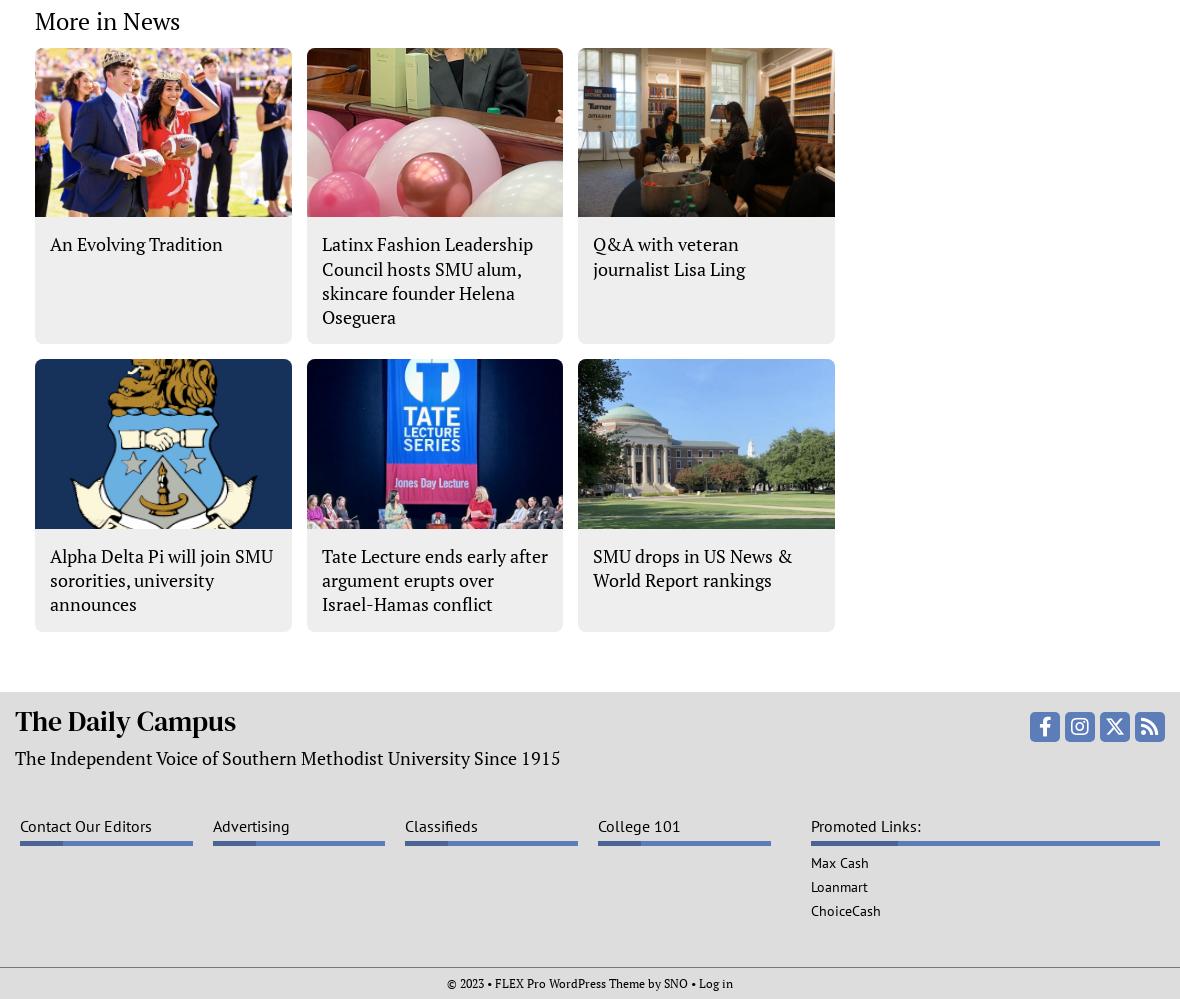 This screenshot has width=1180, height=999. I want to click on 'by', so click(653, 981).